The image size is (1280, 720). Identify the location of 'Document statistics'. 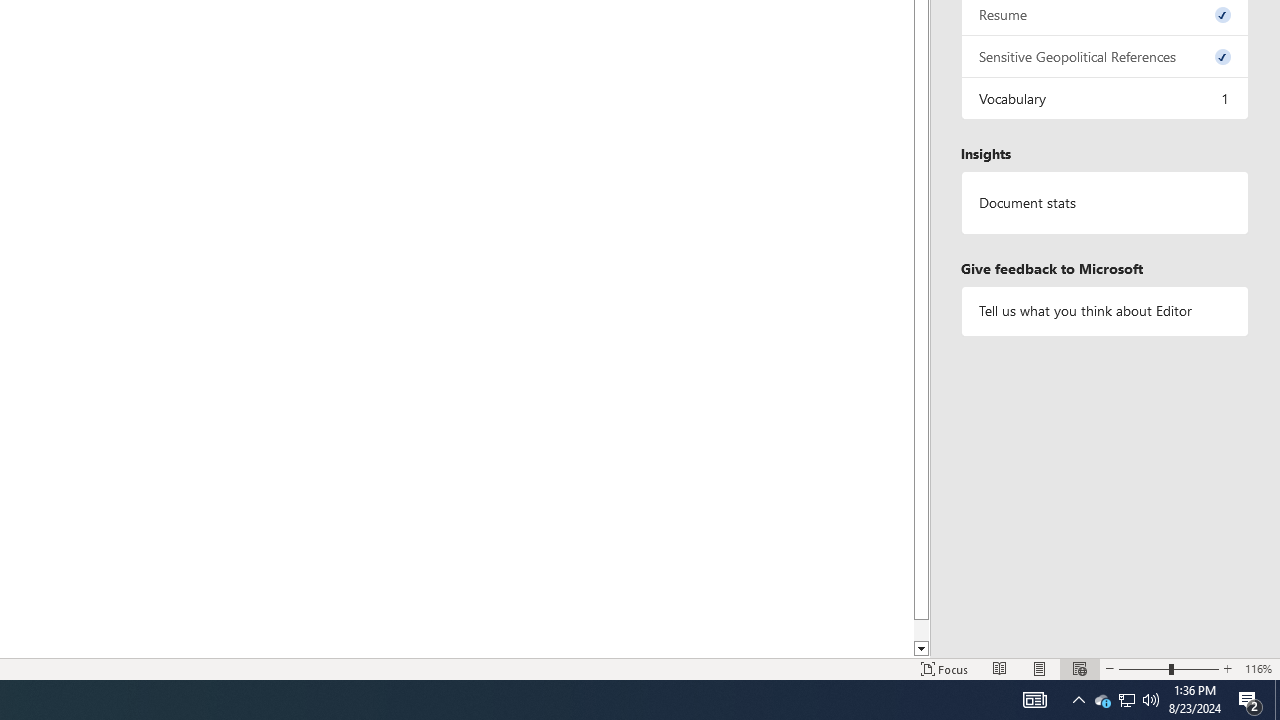
(1104, 203).